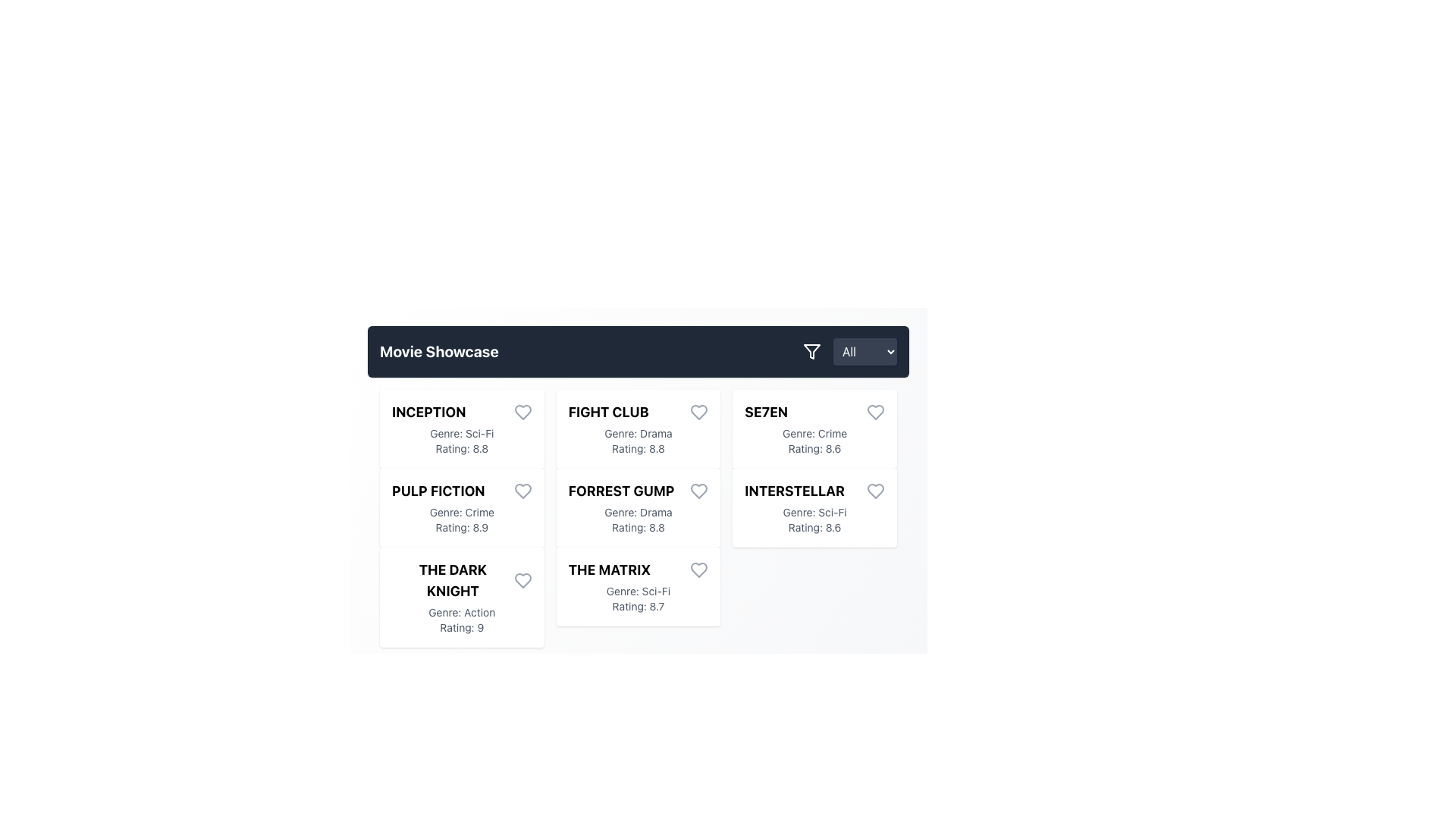  Describe the element at coordinates (698, 412) in the screenshot. I see `the 'favorite' or 'like' icon located in the top-right corner of the 'FIGHT CLUB' card in the Movie Showcase section` at that location.